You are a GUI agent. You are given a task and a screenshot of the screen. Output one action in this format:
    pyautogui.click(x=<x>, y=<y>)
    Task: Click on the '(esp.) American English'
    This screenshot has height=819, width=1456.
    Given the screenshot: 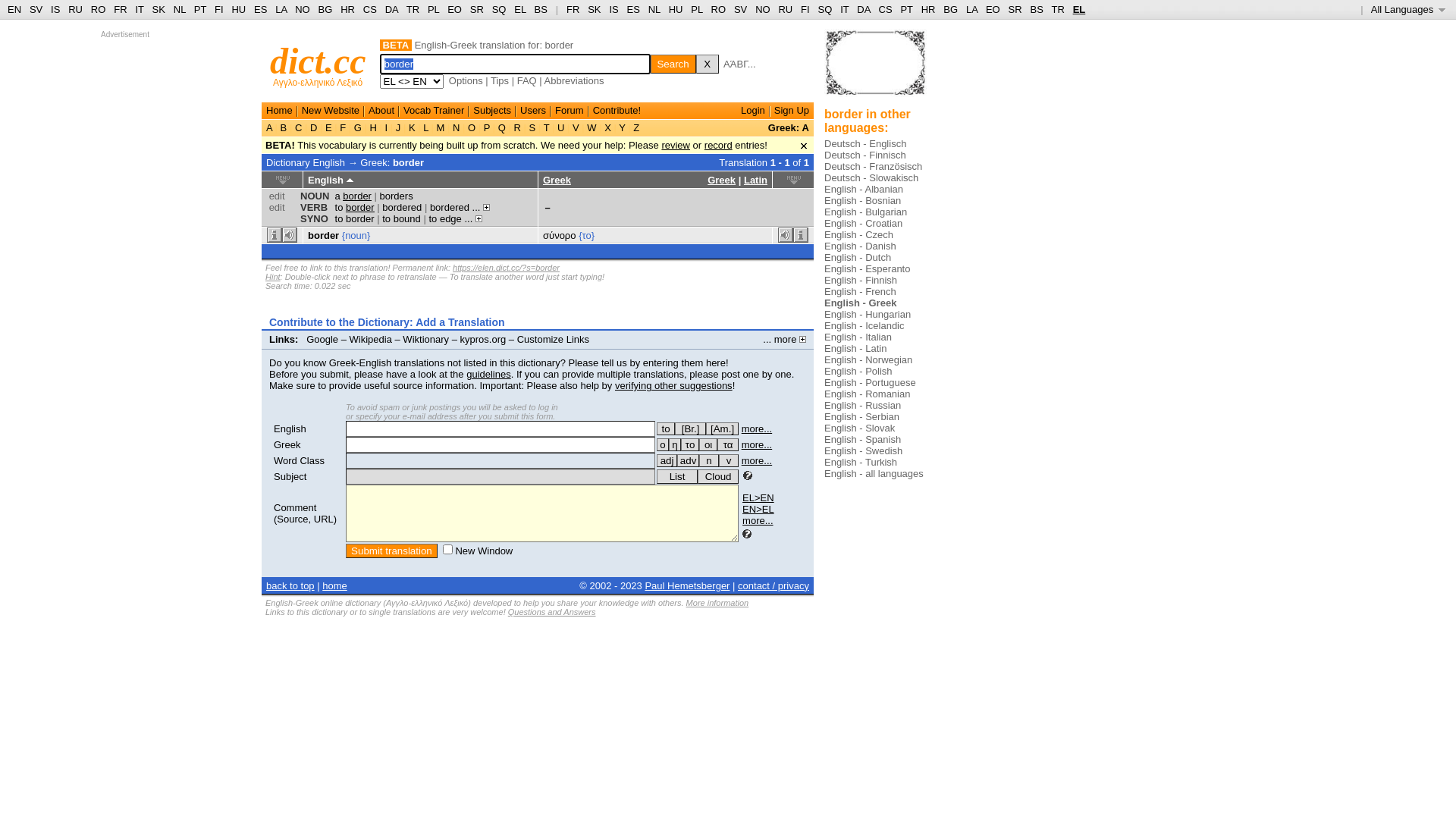 What is the action you would take?
    pyautogui.click(x=705, y=428)
    